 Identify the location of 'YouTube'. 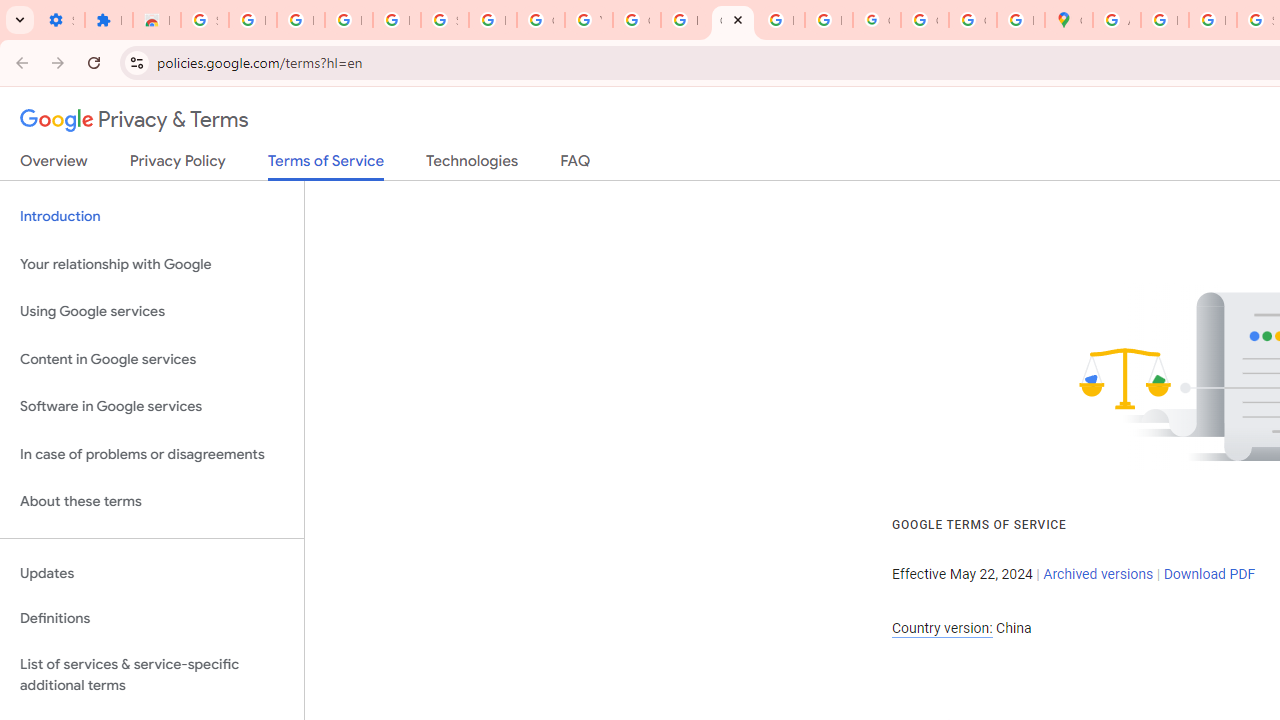
(587, 20).